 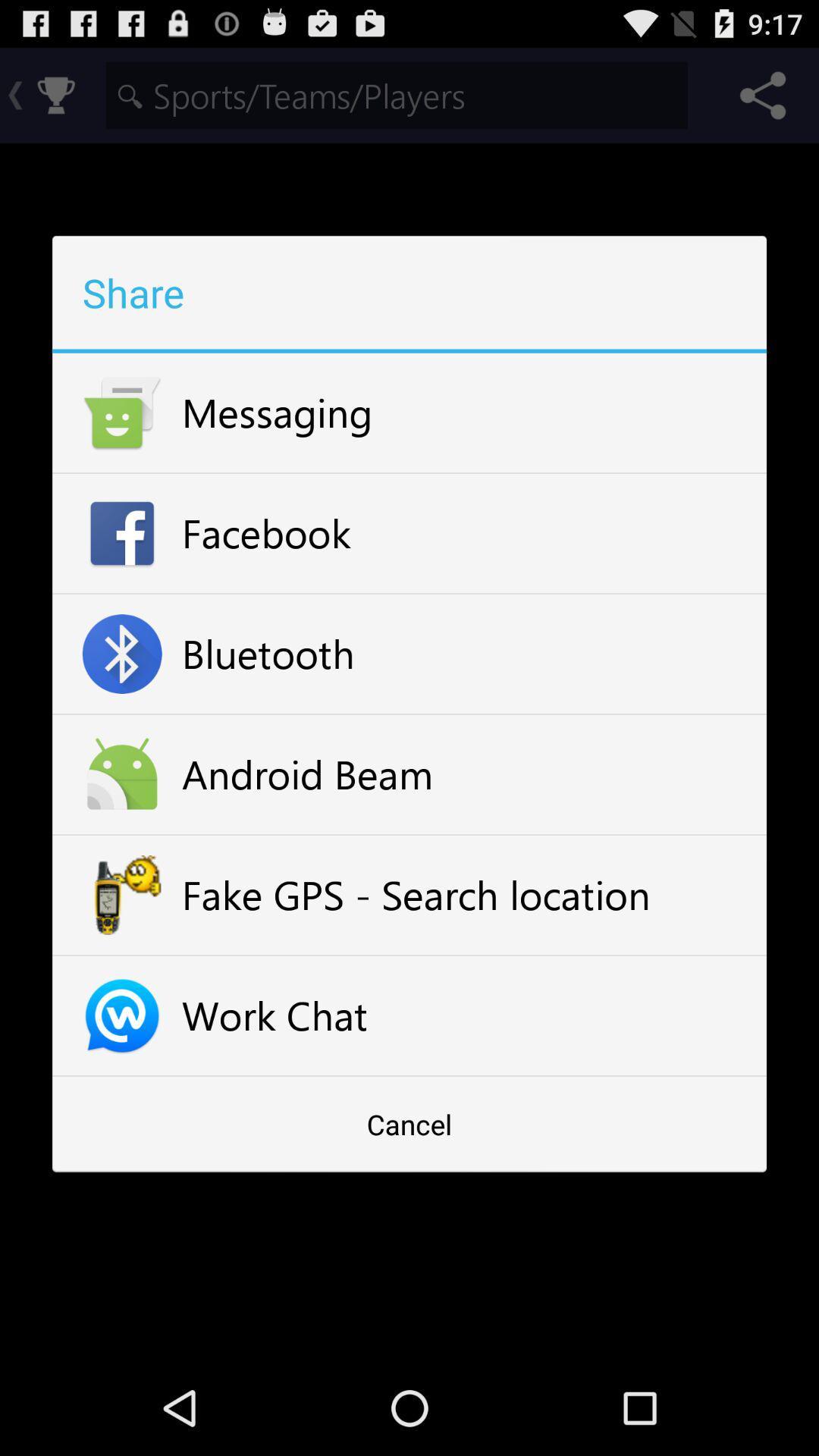 I want to click on the cancel item, so click(x=409, y=1124).